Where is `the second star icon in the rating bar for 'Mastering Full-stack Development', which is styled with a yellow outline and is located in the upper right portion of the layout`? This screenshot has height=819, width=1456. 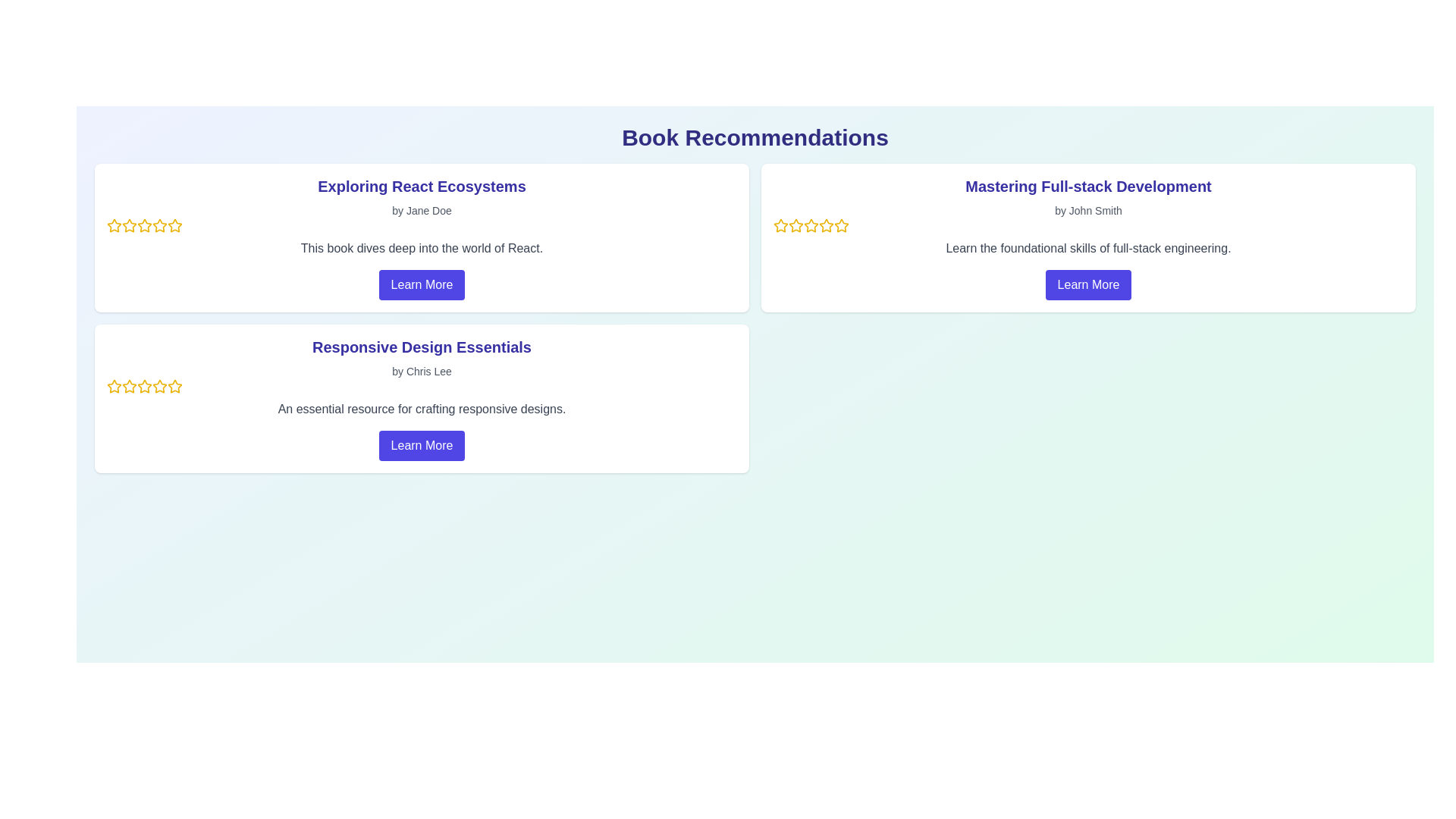 the second star icon in the rating bar for 'Mastering Full-stack Development', which is styled with a yellow outline and is located in the upper right portion of the layout is located at coordinates (795, 225).